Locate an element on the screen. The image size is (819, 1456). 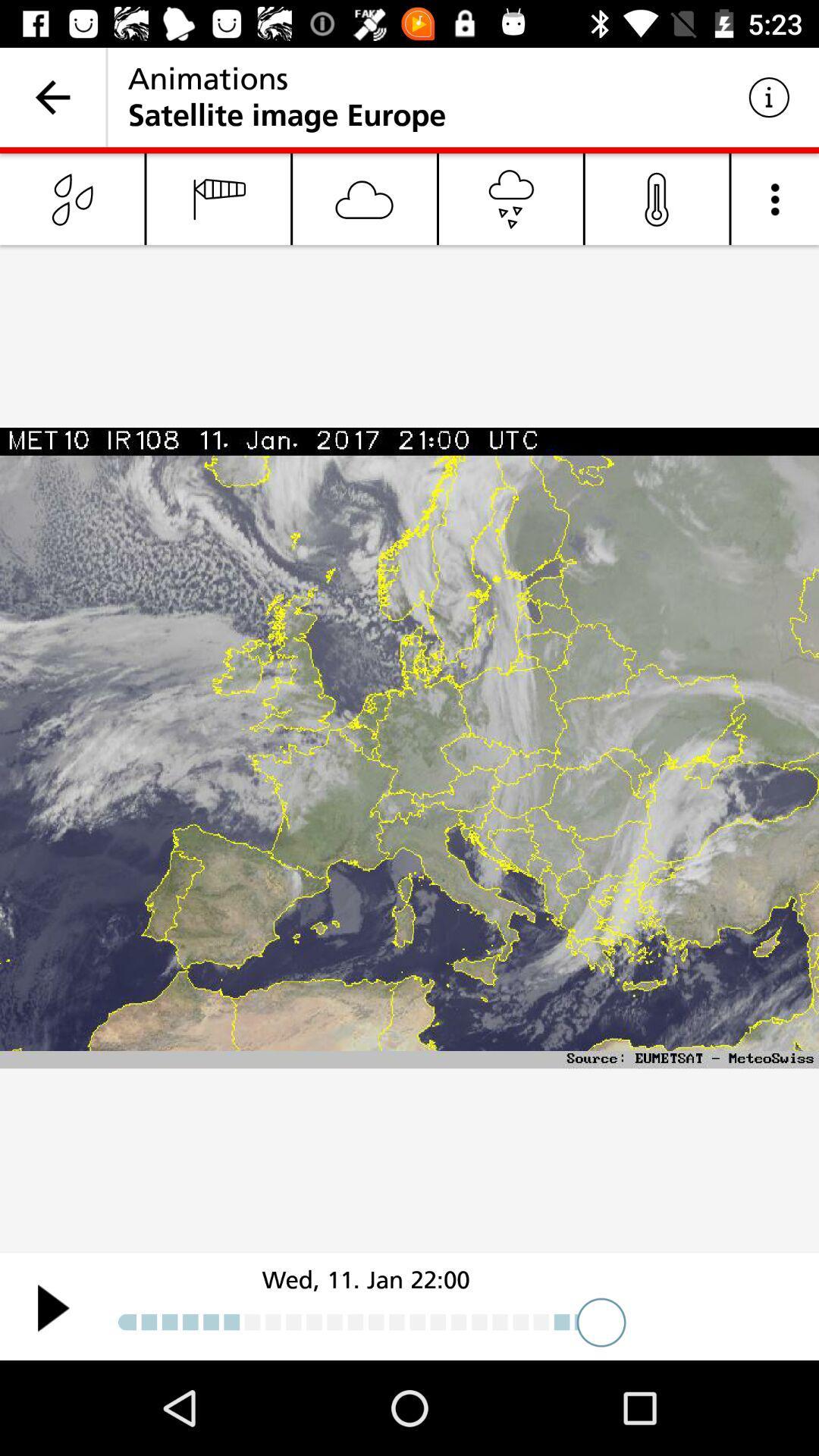
this button is used to find a some other hidden options is located at coordinates (775, 198).